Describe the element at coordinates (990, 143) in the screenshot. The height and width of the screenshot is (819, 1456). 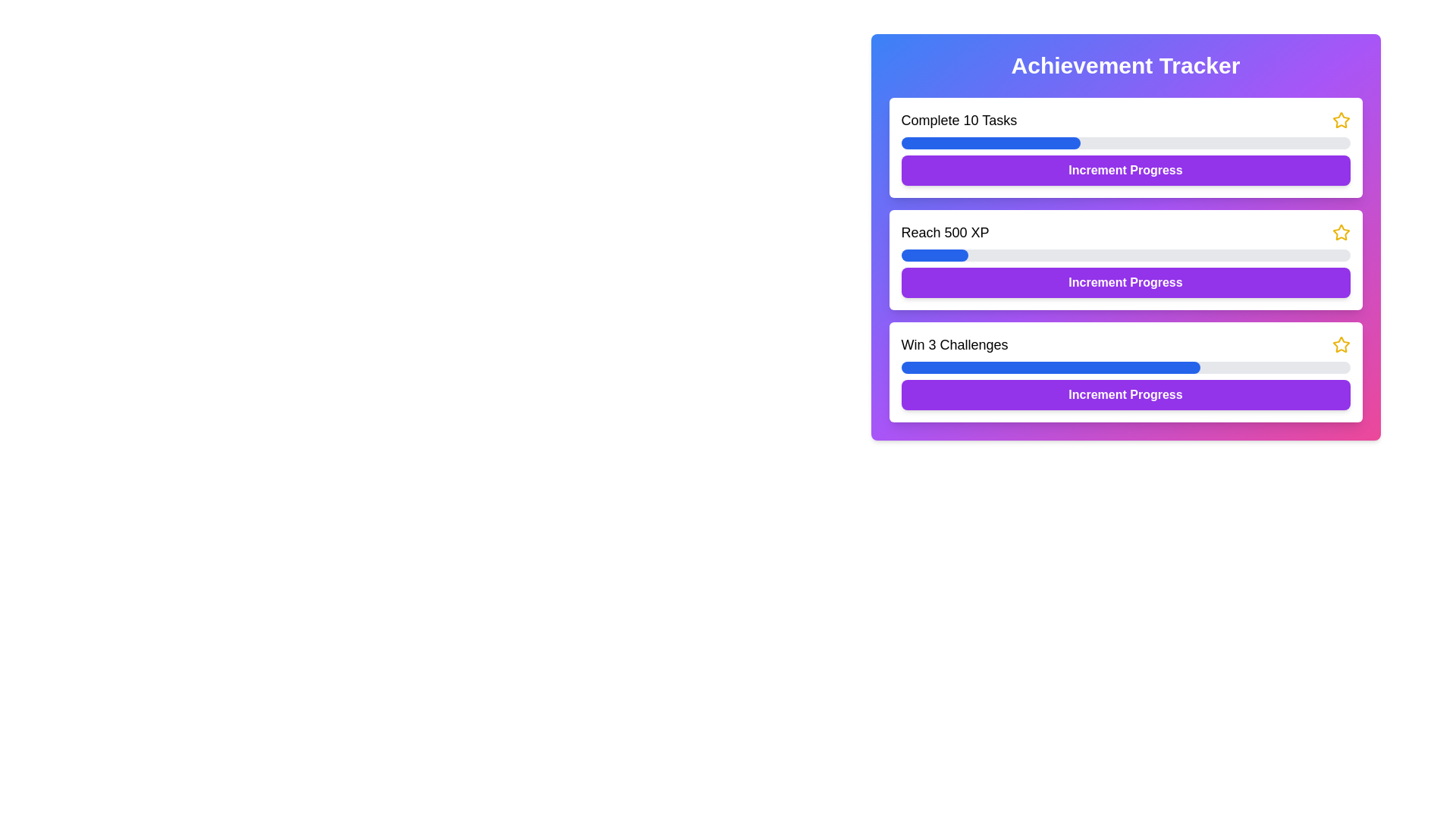
I see `the blue progress bar with rounded edges representing the progress for the 'Complete 10 Tasks' section in the Achievement Tracker interface` at that location.